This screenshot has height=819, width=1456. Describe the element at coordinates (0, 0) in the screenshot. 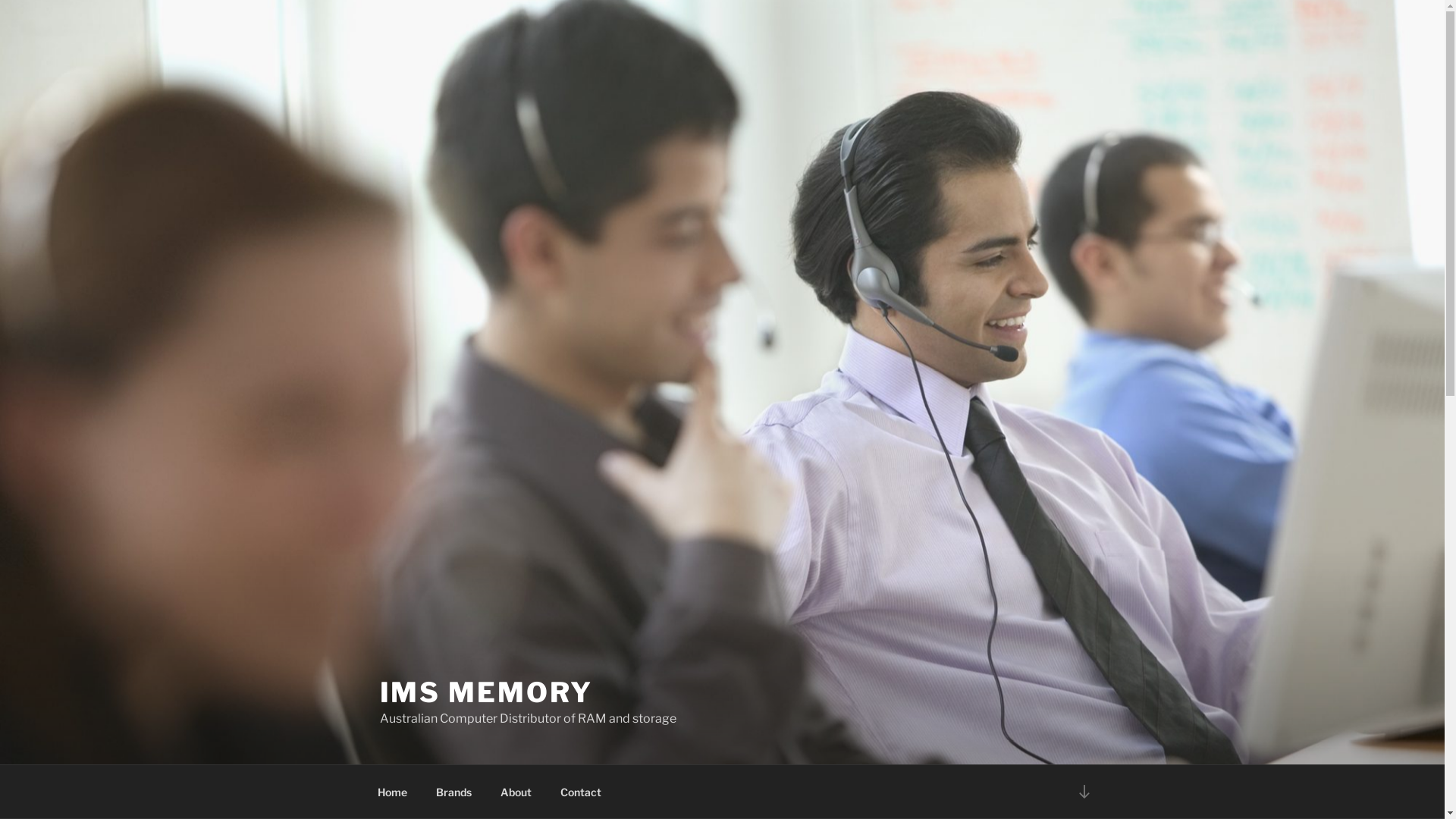

I see `'Skip to content'` at that location.